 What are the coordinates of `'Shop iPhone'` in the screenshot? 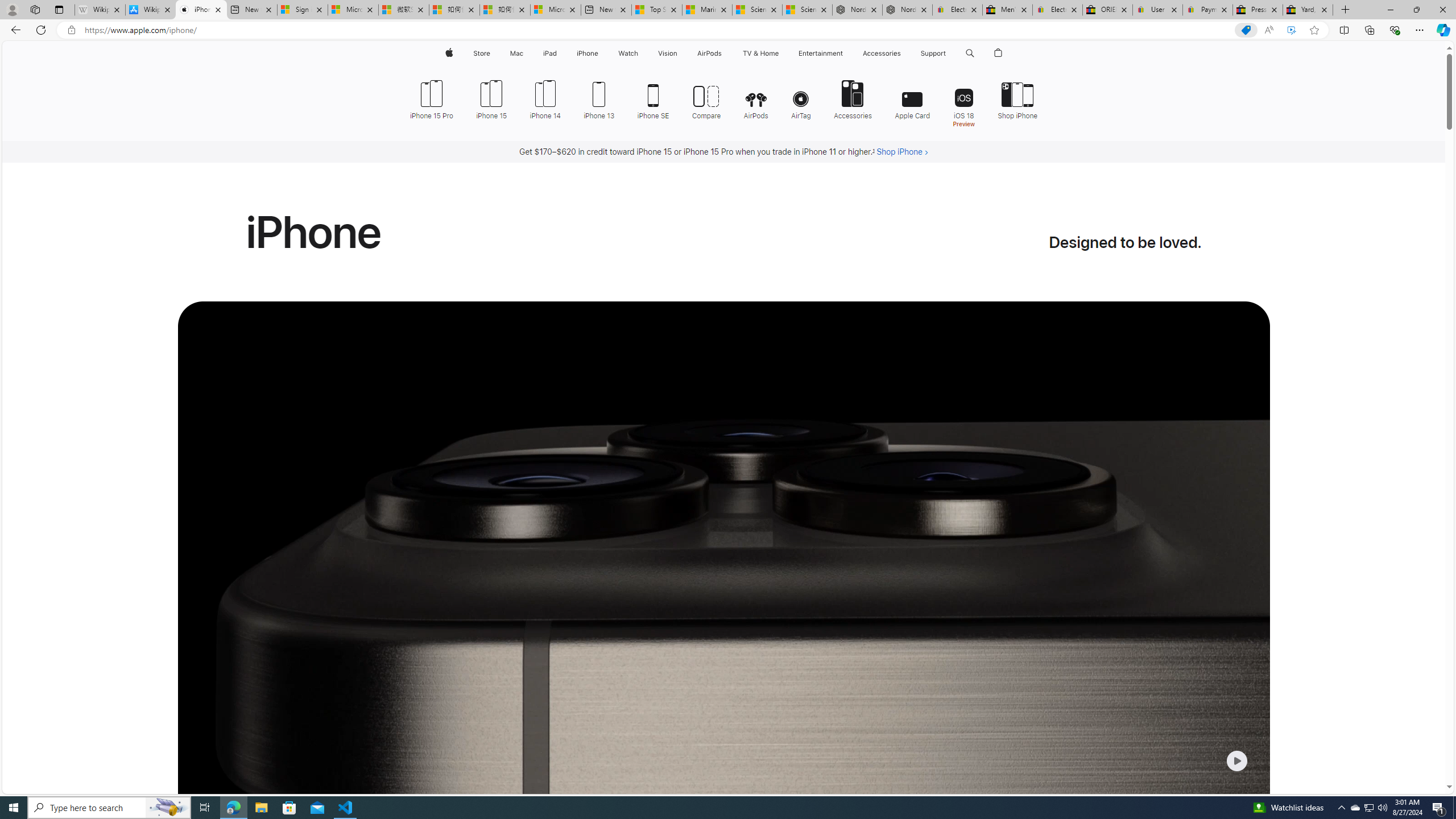 It's located at (1017, 98).